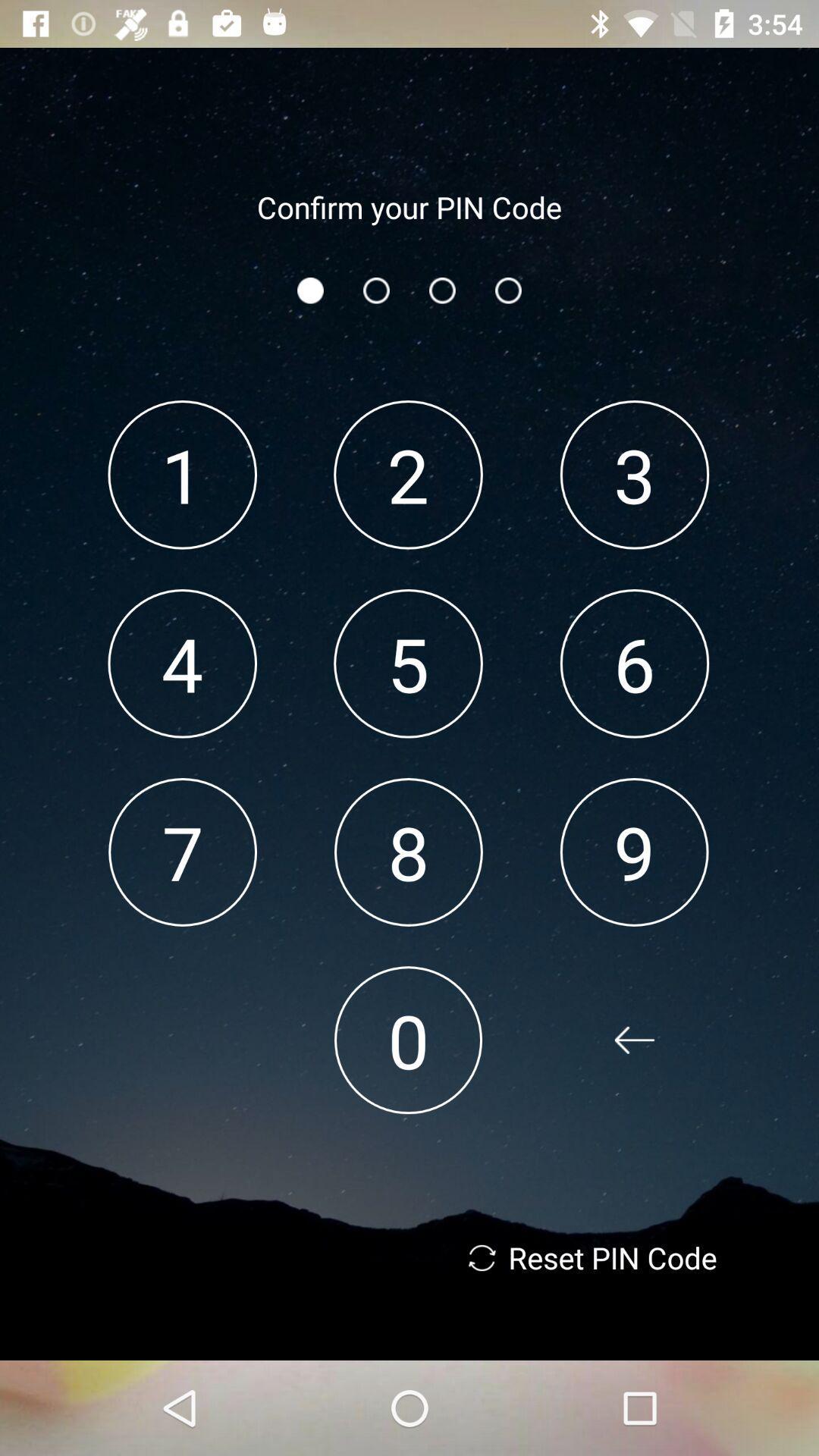 The height and width of the screenshot is (1456, 819). What do you see at coordinates (635, 474) in the screenshot?
I see `the 3 app` at bounding box center [635, 474].